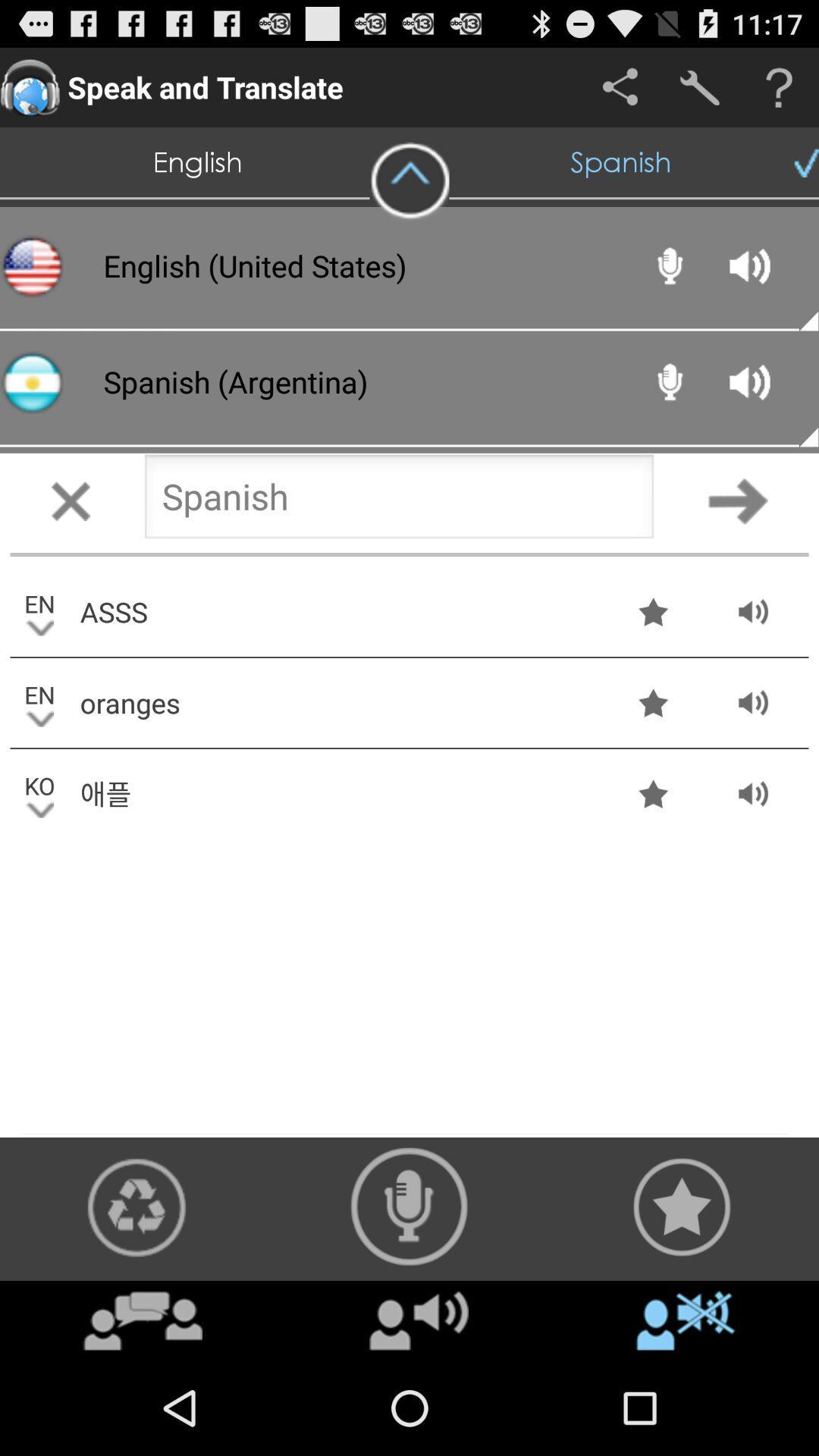 The width and height of the screenshot is (819, 1456). What do you see at coordinates (419, 1319) in the screenshot?
I see `the   item` at bounding box center [419, 1319].